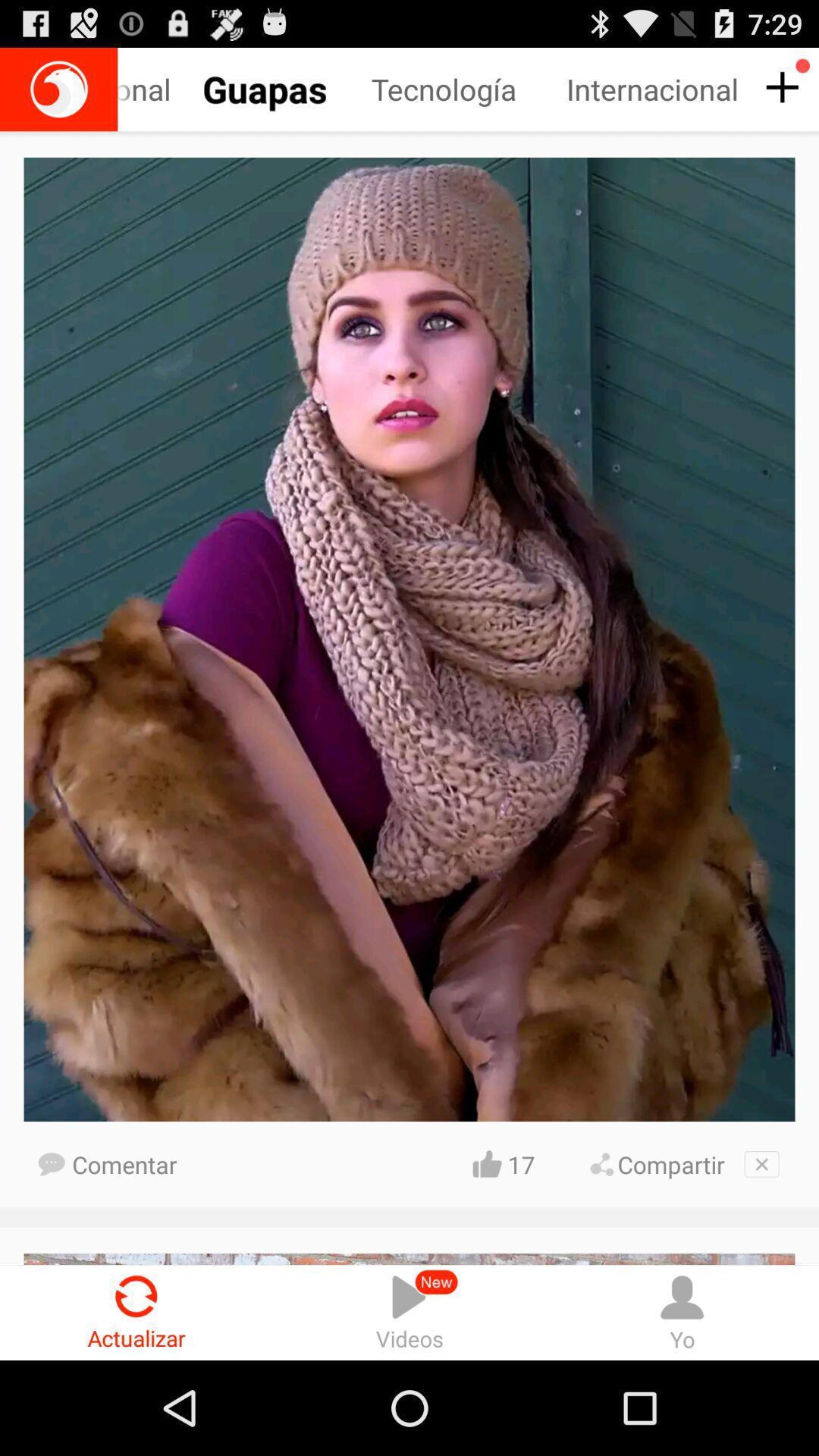 Image resolution: width=819 pixels, height=1456 pixels. I want to click on the add icon, so click(780, 93).